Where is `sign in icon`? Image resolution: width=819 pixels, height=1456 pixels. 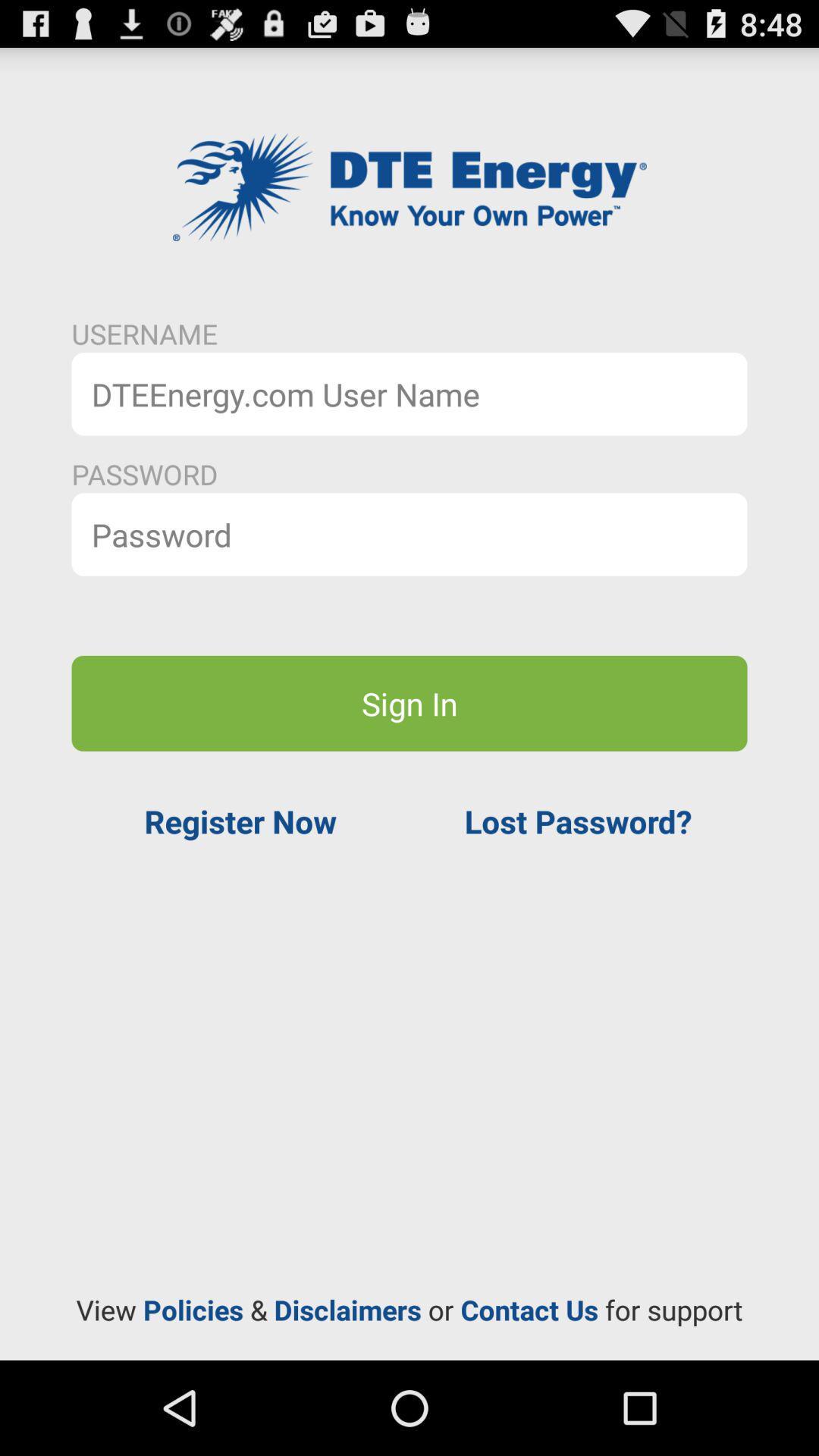 sign in icon is located at coordinates (409, 702).